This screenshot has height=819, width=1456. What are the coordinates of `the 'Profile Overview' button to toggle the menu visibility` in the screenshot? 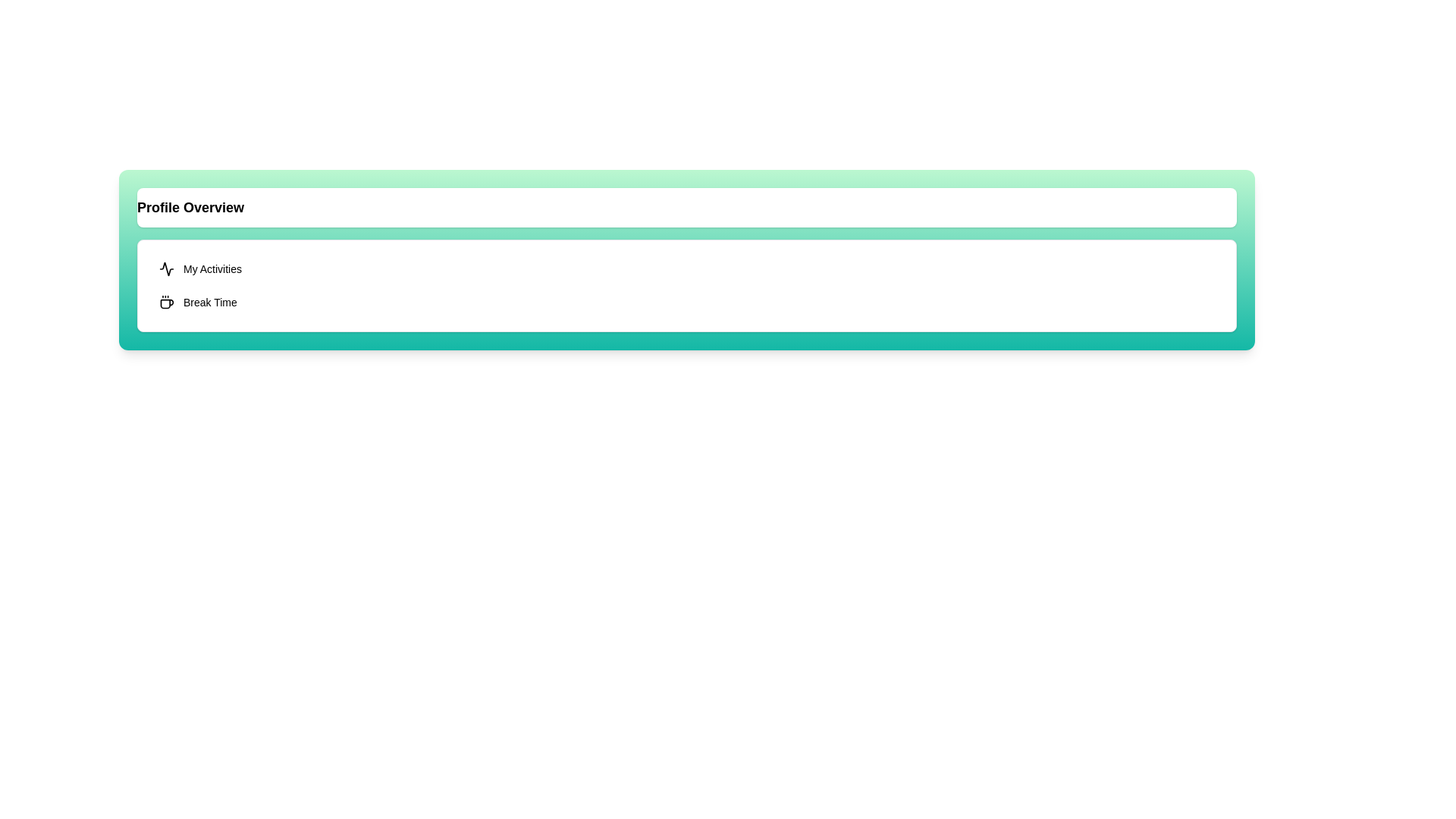 It's located at (686, 207).